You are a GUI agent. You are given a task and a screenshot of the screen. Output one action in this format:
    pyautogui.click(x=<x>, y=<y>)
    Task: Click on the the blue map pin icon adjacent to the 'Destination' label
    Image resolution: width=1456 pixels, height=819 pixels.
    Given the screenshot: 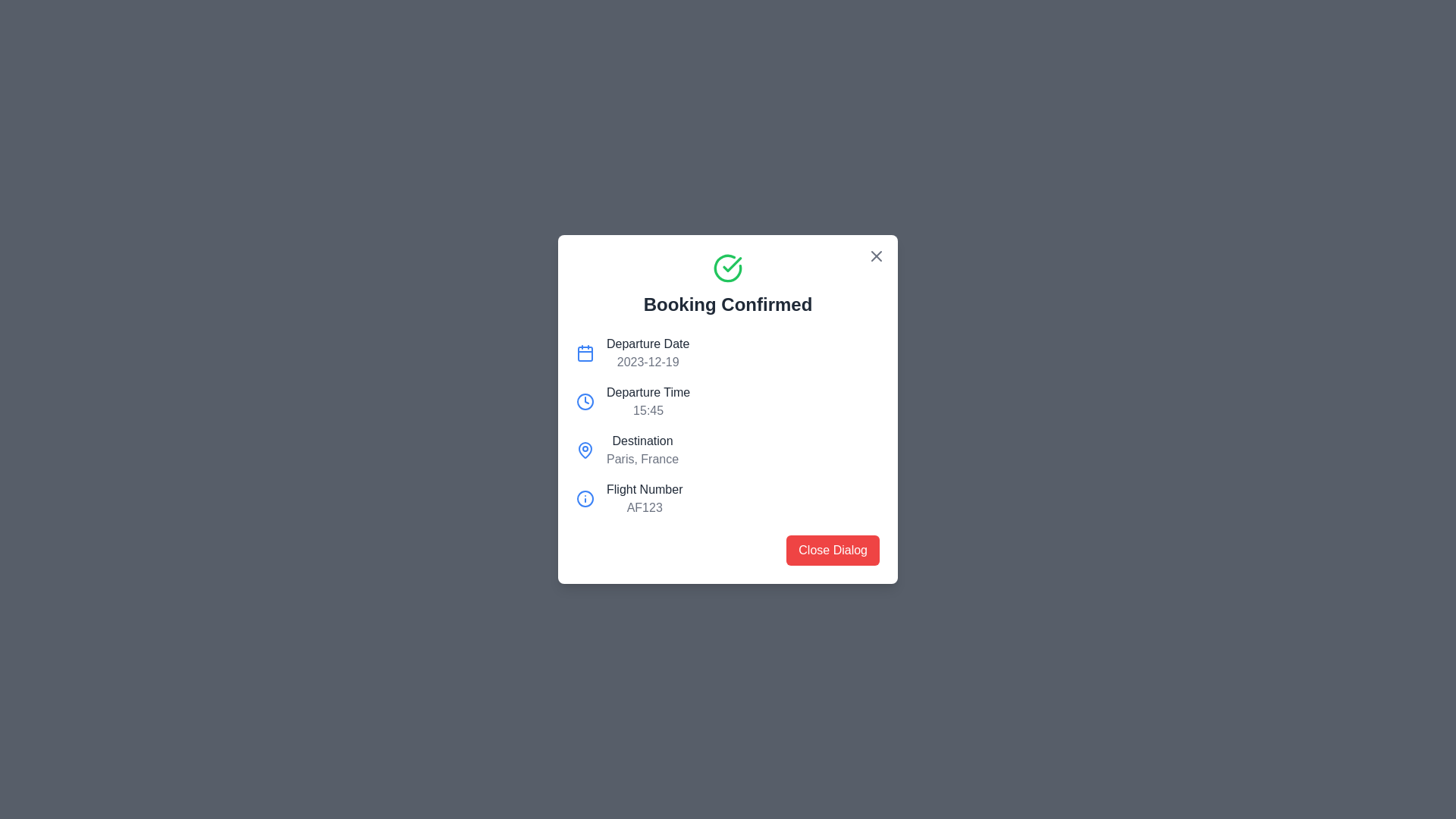 What is the action you would take?
    pyautogui.click(x=585, y=450)
    